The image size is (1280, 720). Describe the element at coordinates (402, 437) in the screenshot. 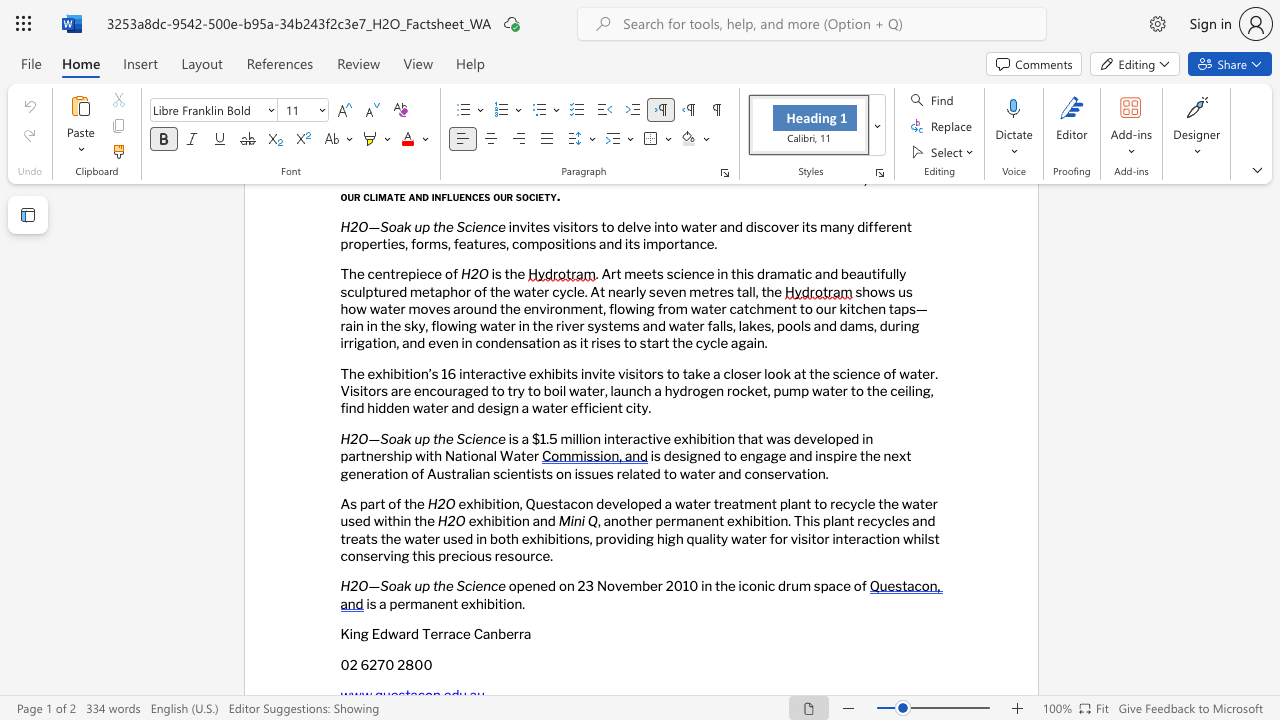

I see `the subset text "k up" within the text "H2O—Soak up the Science"` at that location.